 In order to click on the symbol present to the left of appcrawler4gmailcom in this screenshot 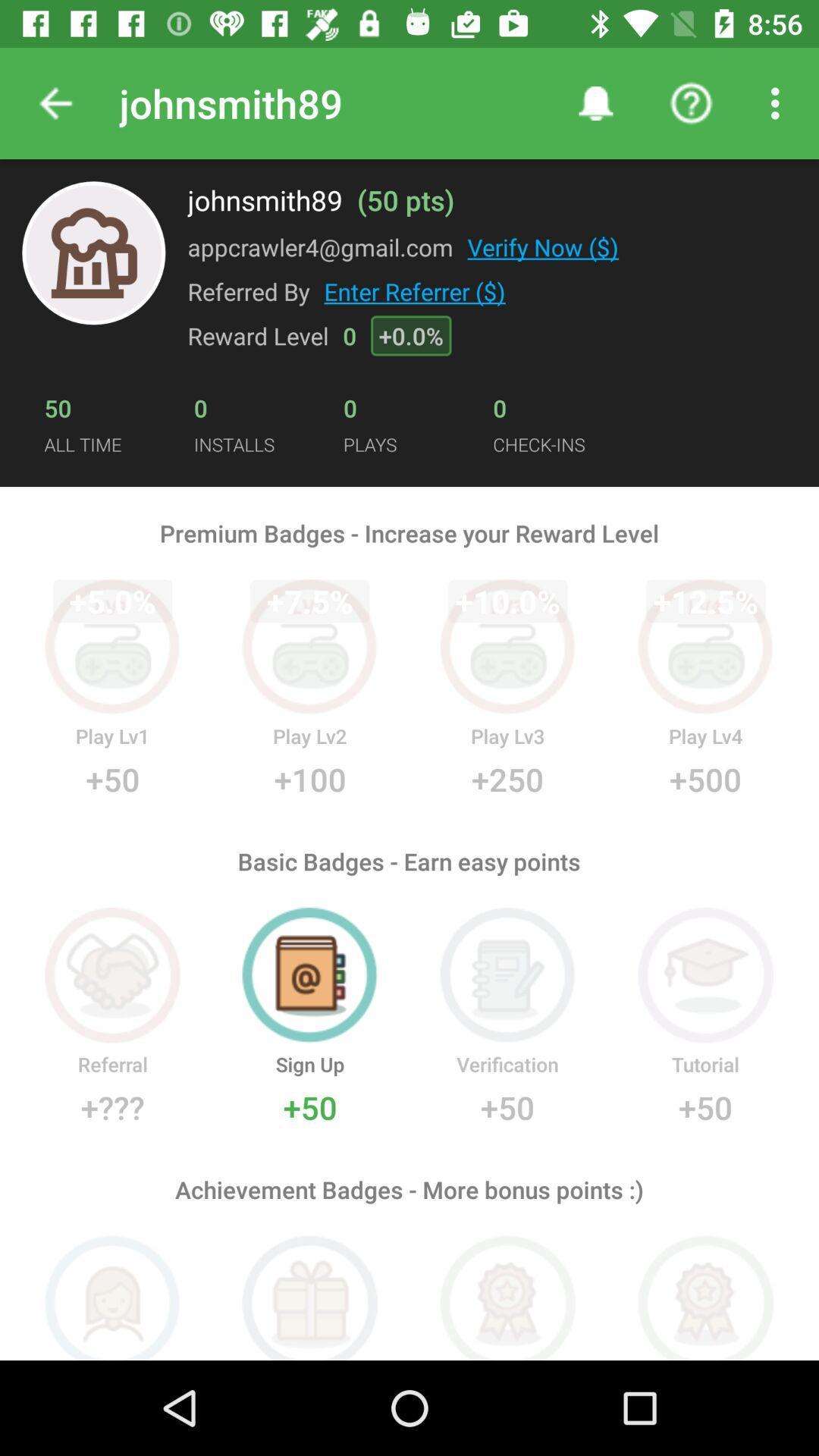, I will do `click(93, 253)`.